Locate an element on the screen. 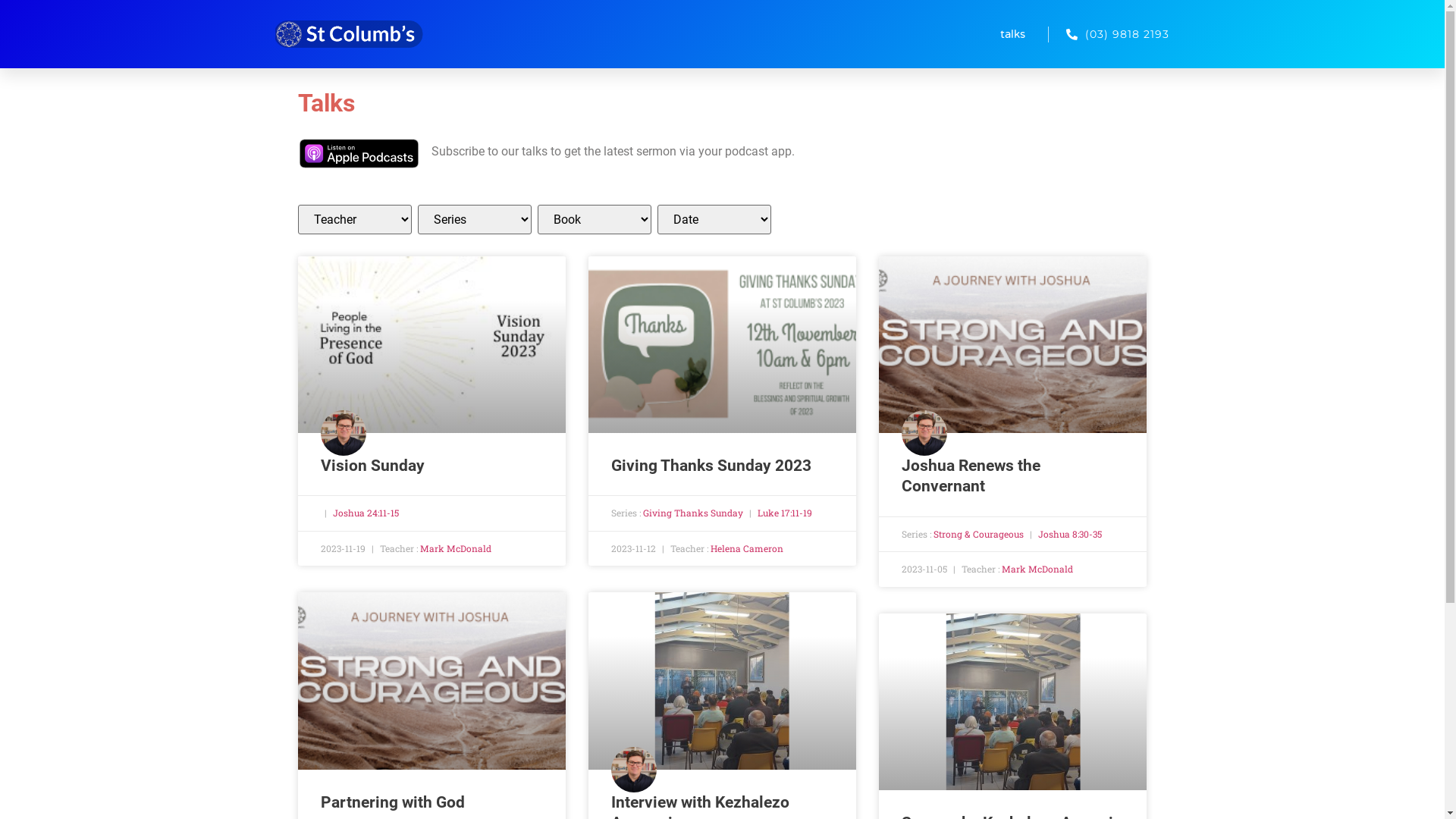  'Helena Cameron' is located at coordinates (746, 548).